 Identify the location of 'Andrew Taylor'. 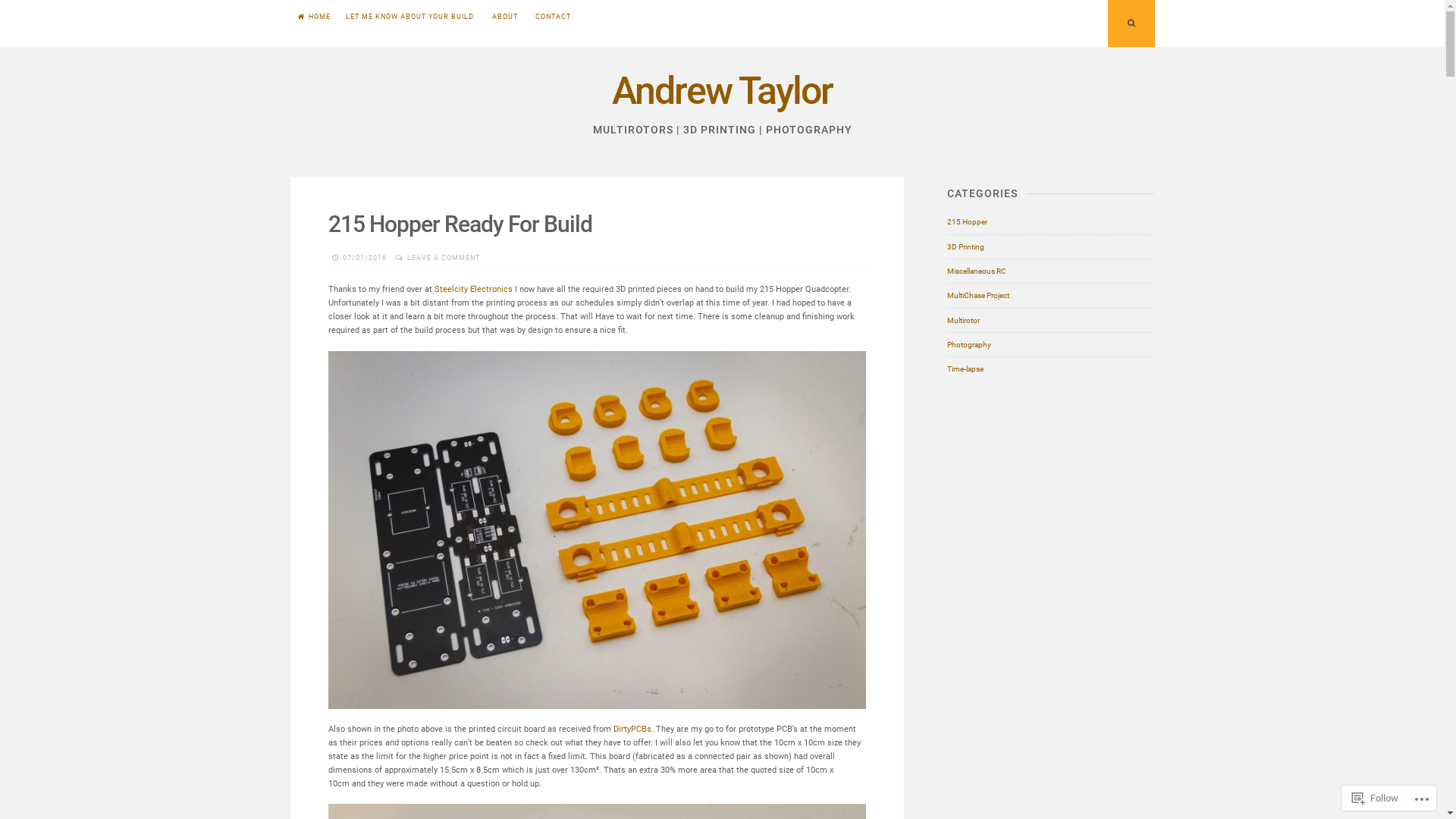
(611, 90).